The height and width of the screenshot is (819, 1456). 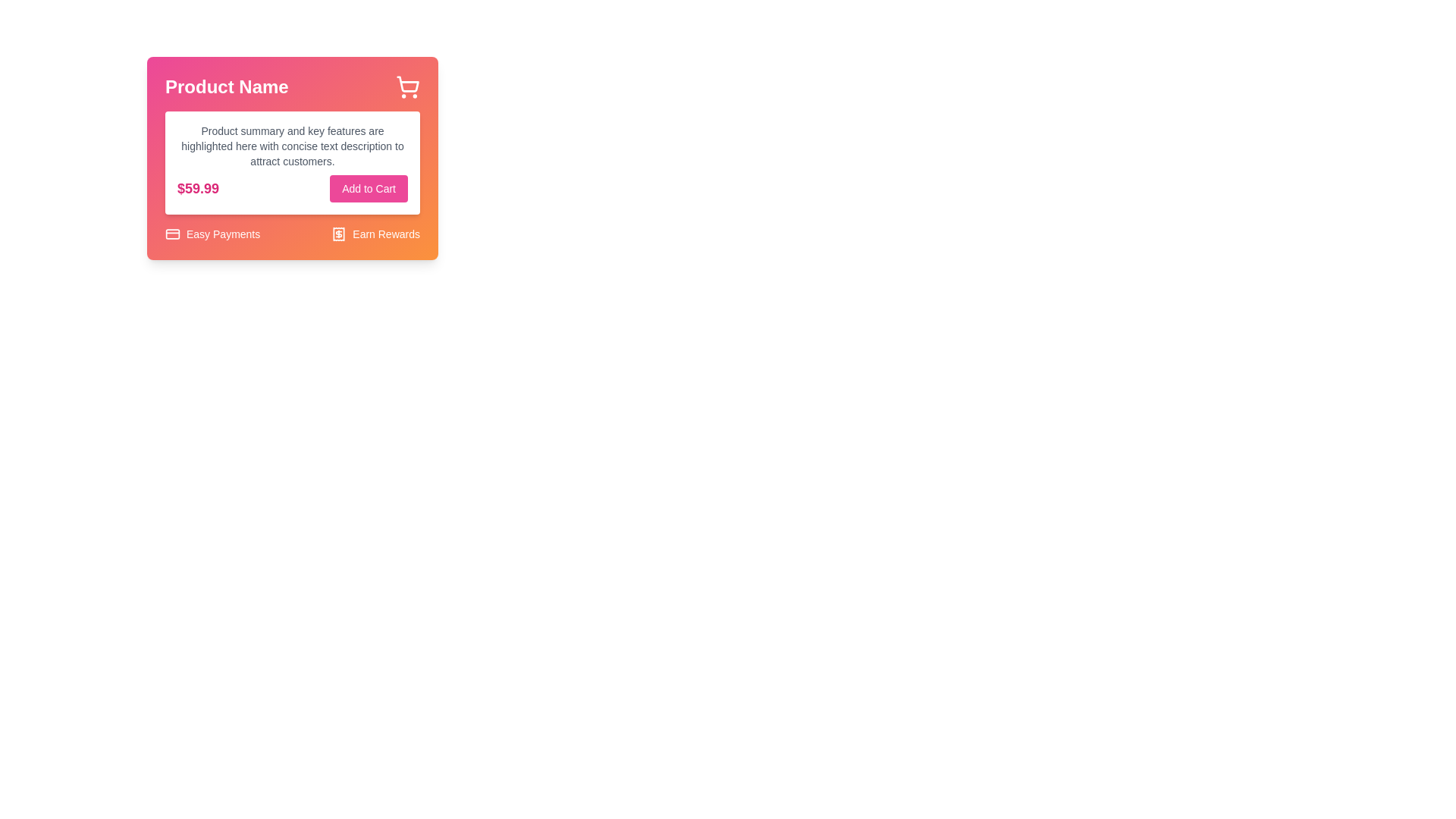 I want to click on the SVG icon that resembles a receipt, which is styled with a gradient orange background and a white outline, located to the left of the 'Earn Rewards' text, so click(x=338, y=234).